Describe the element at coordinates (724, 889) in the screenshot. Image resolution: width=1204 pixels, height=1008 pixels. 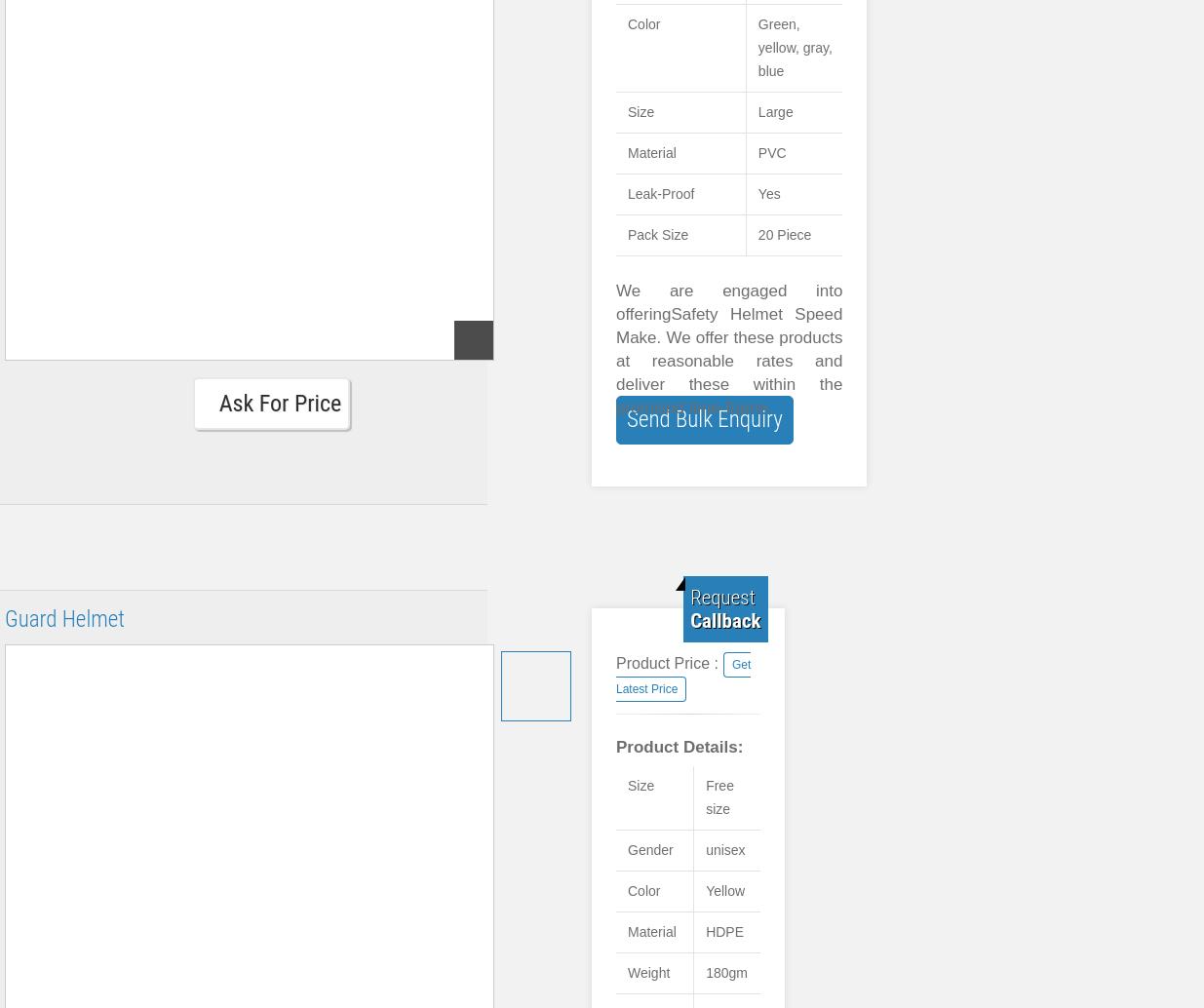
I see `'Yellow'` at that location.